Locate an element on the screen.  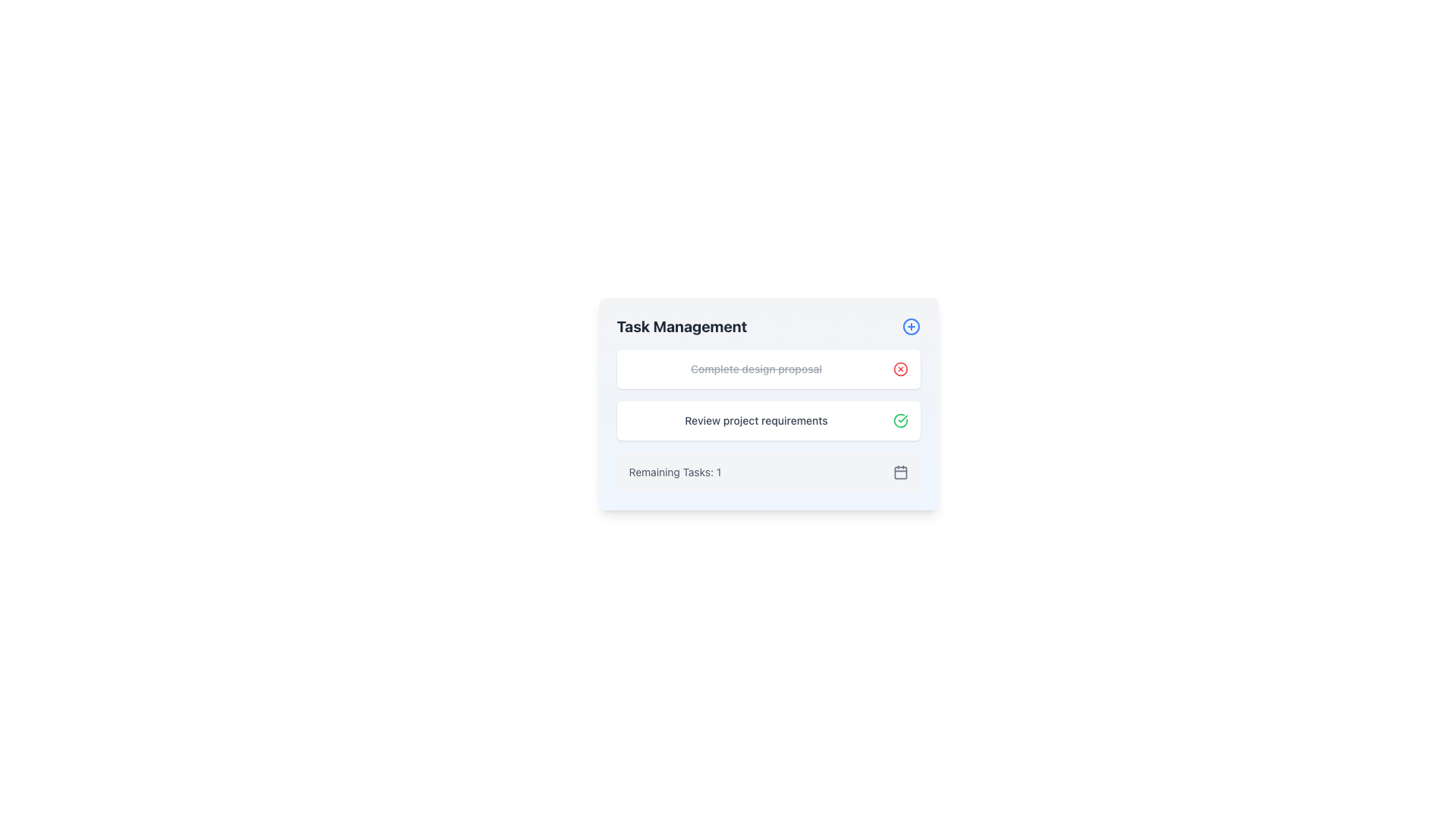
the text 'Remaining Tasks: 1' on the Informational card located in the Task Management section is located at coordinates (768, 472).